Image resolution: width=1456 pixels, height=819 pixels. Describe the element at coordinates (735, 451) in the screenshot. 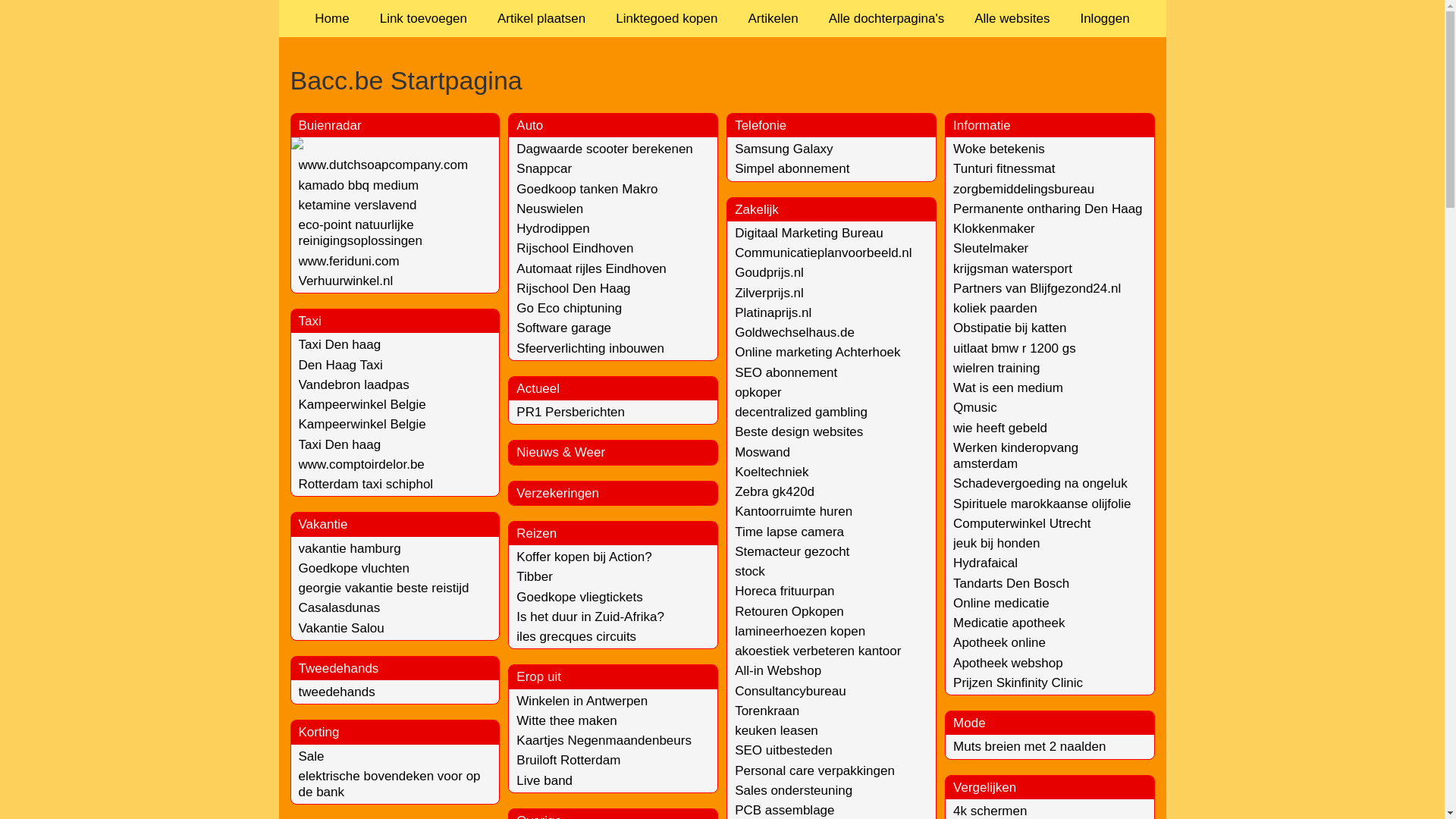

I see `'Moswand'` at that location.